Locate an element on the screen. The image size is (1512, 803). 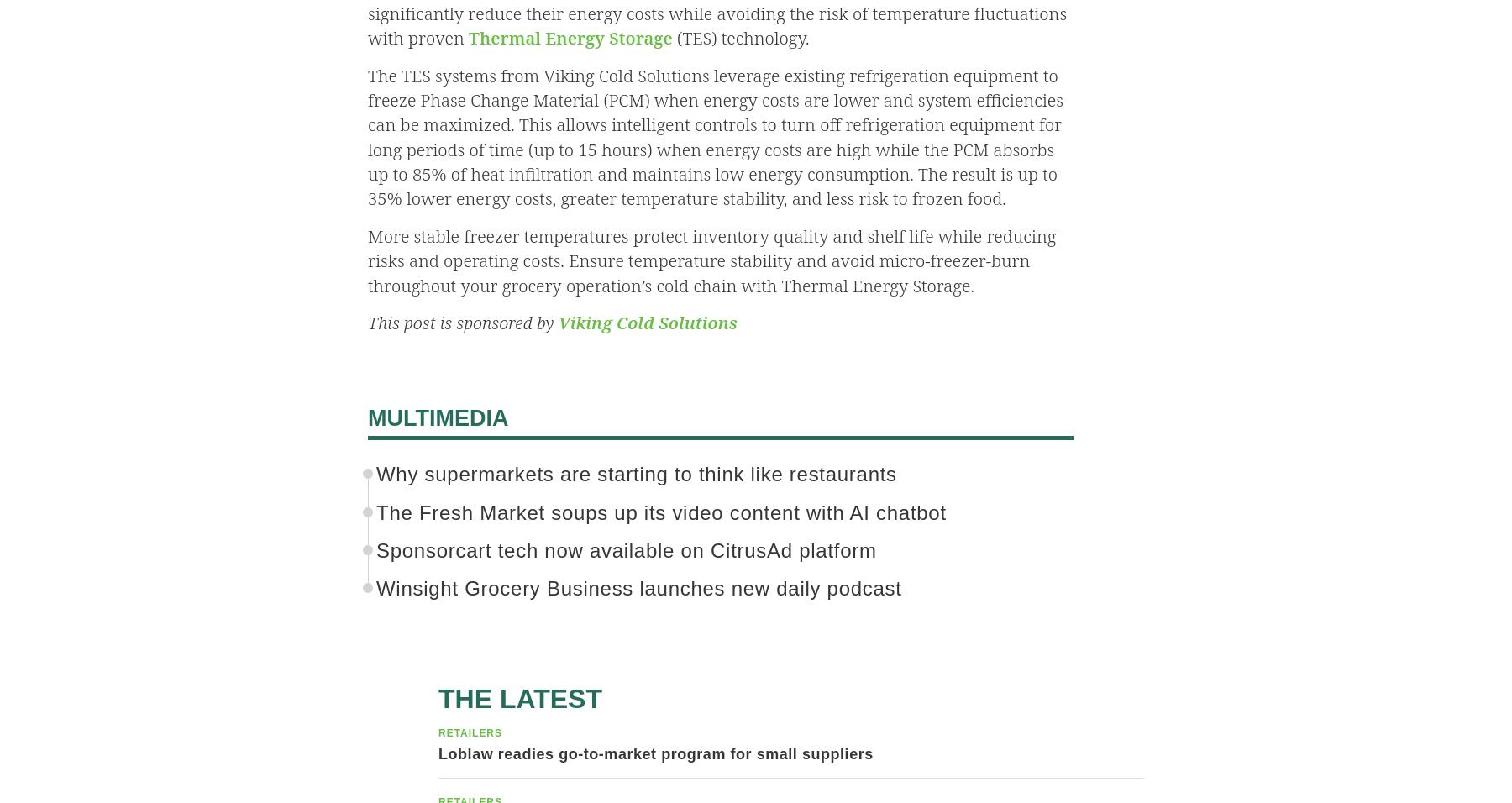
'This post is sponsored by' is located at coordinates (367, 323).